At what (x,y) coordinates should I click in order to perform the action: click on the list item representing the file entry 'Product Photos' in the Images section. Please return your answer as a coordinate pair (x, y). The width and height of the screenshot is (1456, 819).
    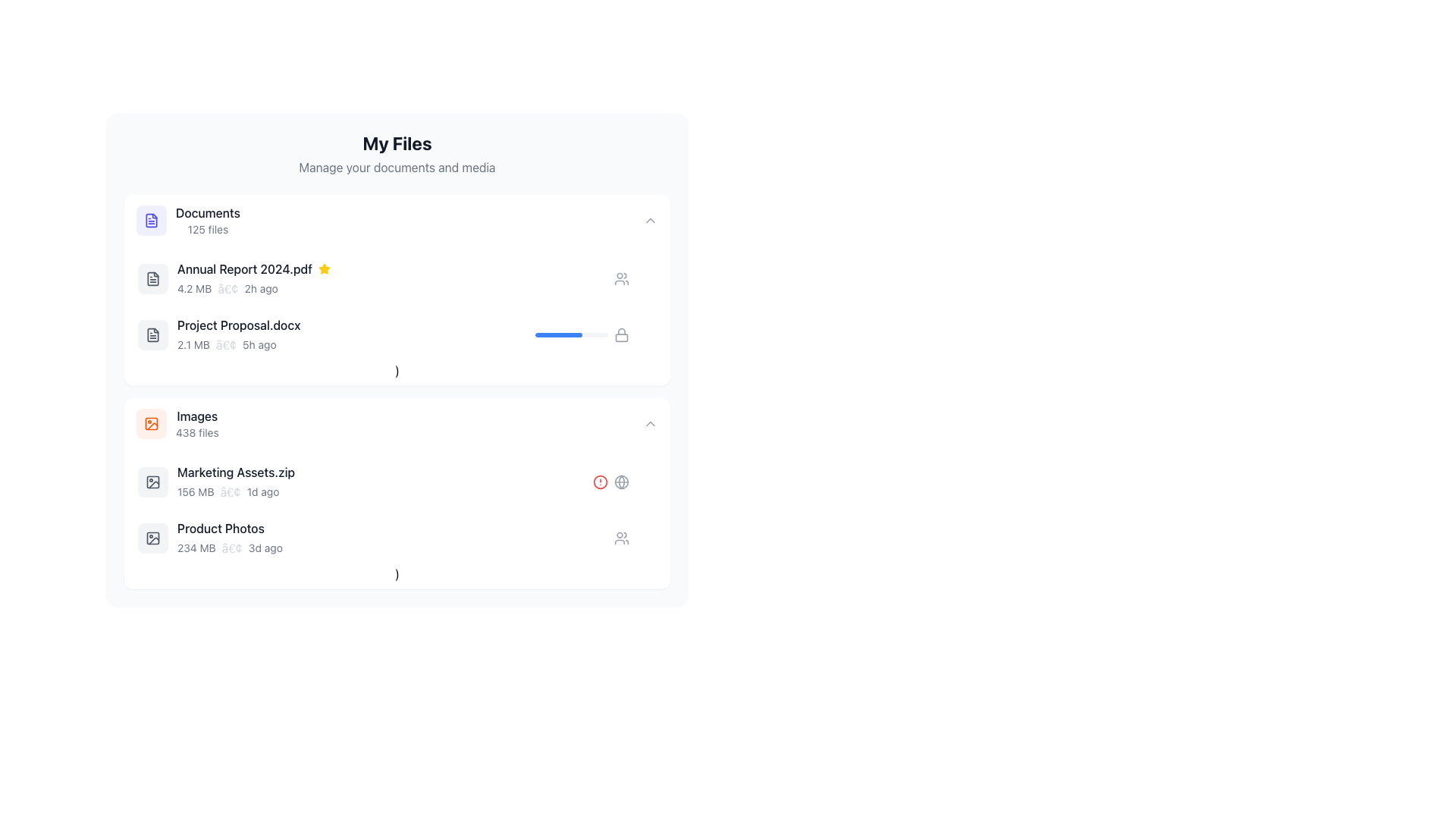
    Looking at the image, I should click on (397, 537).